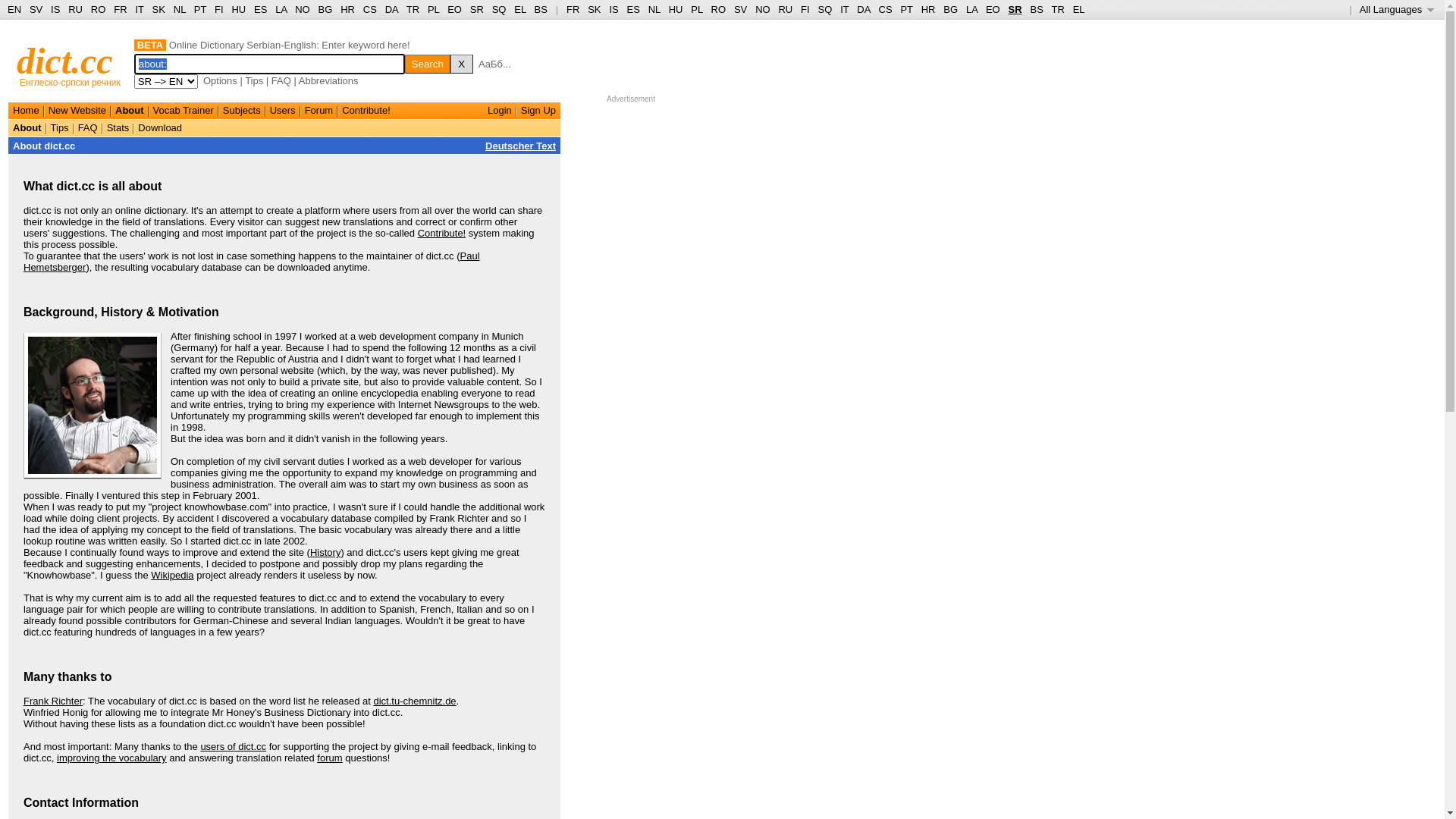 The height and width of the screenshot is (819, 1456). What do you see at coordinates (406, 9) in the screenshot?
I see `'TR'` at bounding box center [406, 9].